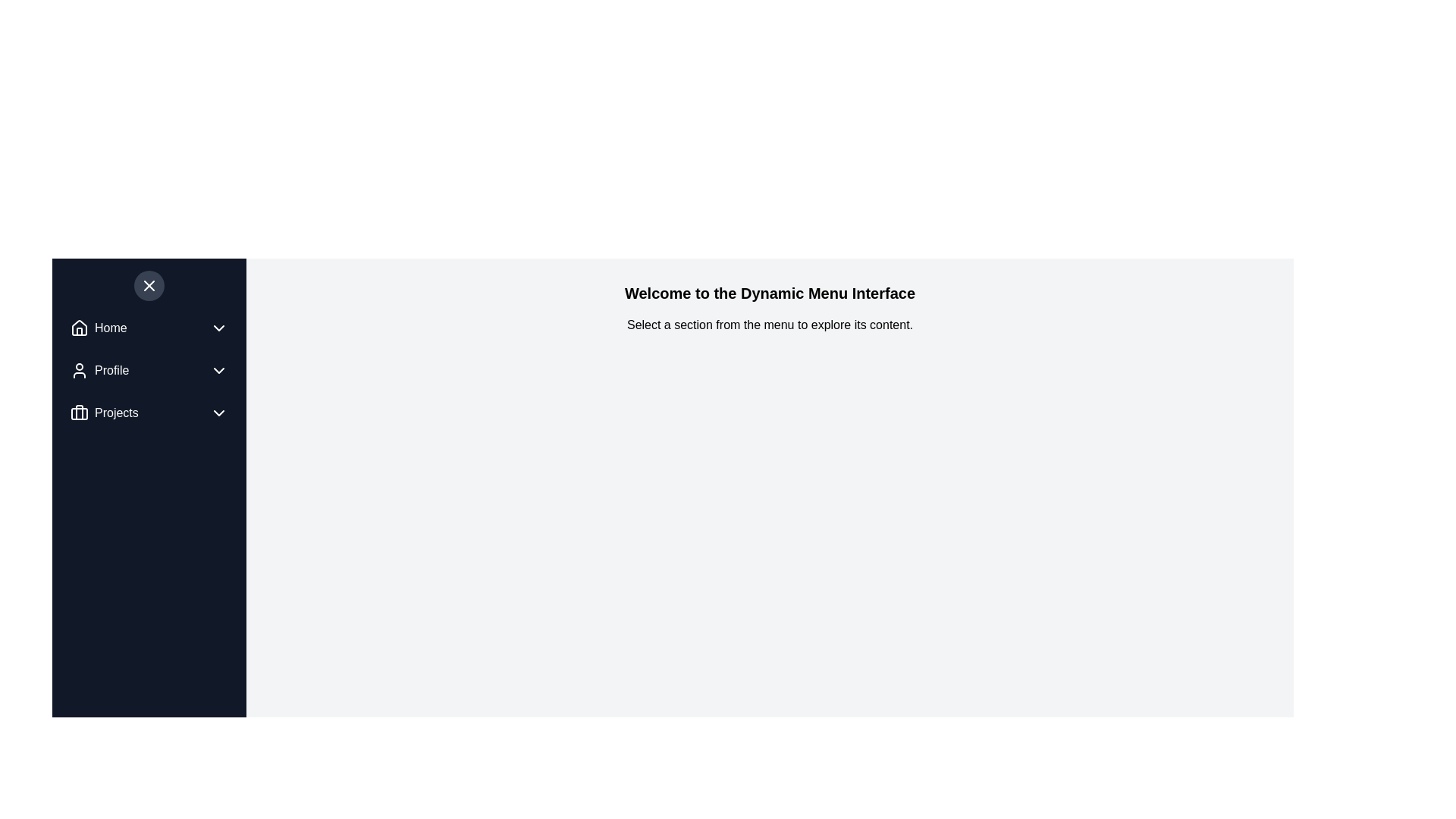  I want to click on the chevron indicator next to the 'Profile' item in the vertical navigation menu, so click(149, 371).